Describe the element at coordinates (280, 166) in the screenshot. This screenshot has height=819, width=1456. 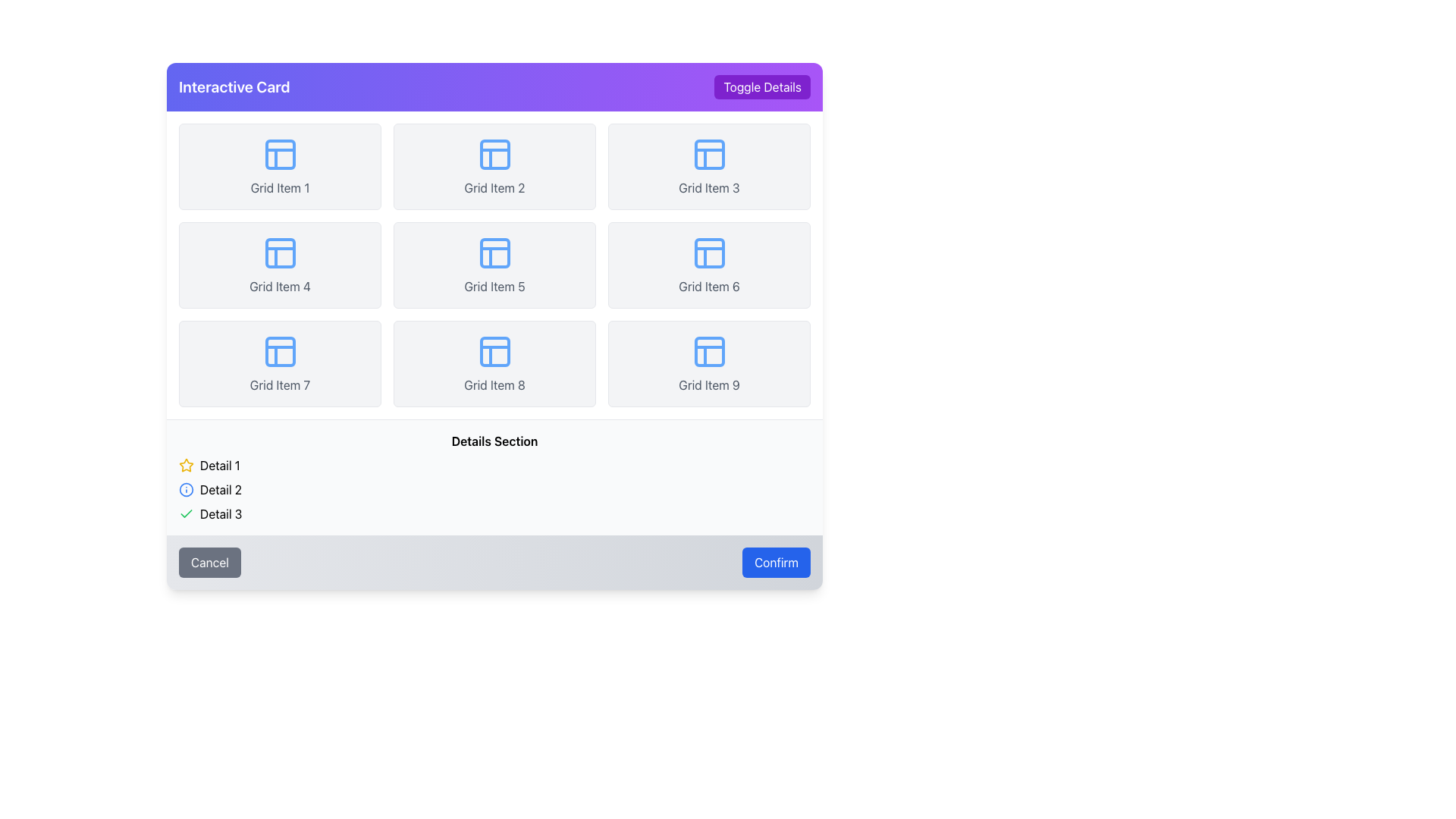
I see `the first card in the grid layout` at that location.